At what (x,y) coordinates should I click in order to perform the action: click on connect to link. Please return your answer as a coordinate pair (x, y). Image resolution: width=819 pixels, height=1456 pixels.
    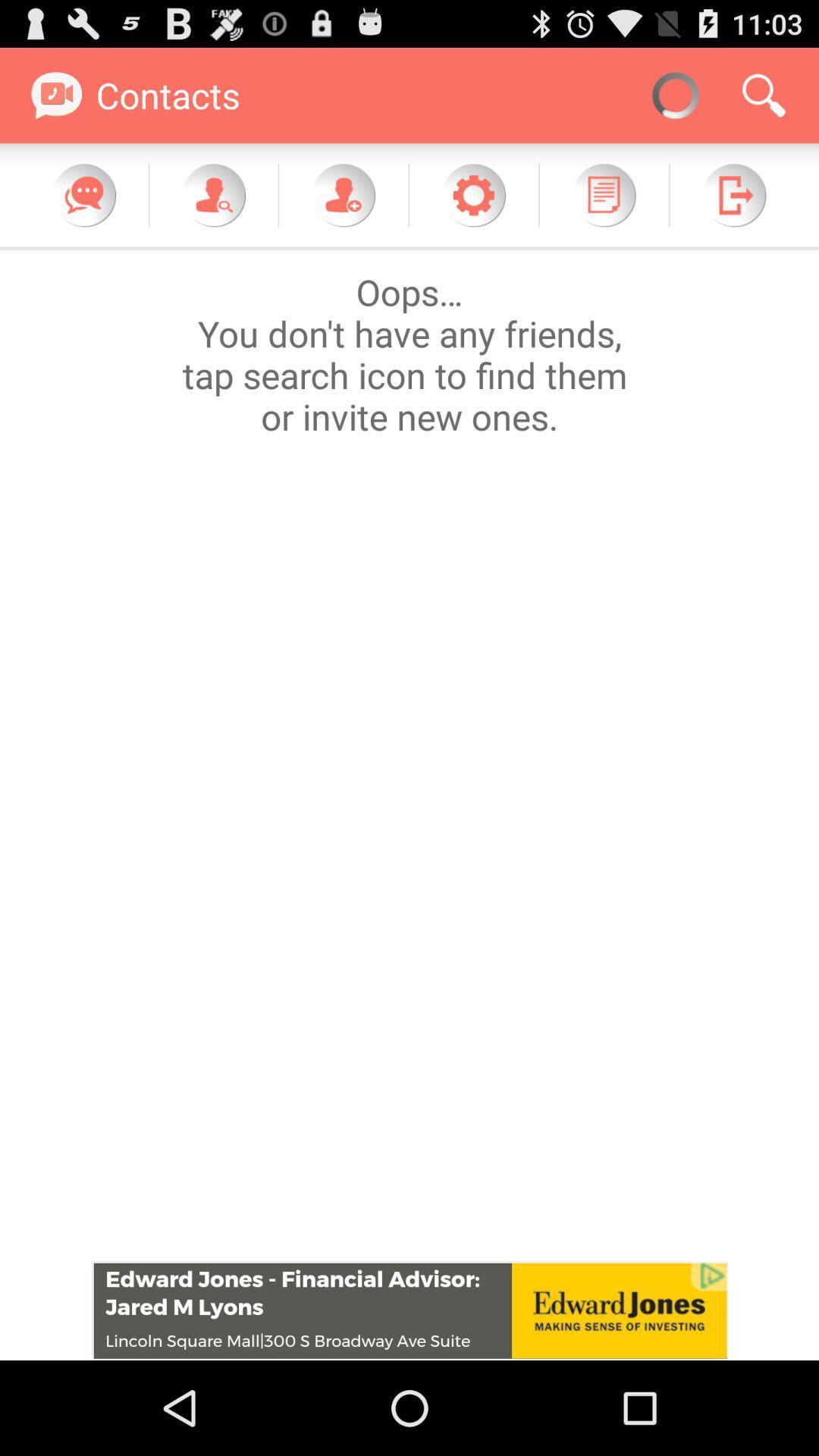
    Looking at the image, I should click on (409, 1310).